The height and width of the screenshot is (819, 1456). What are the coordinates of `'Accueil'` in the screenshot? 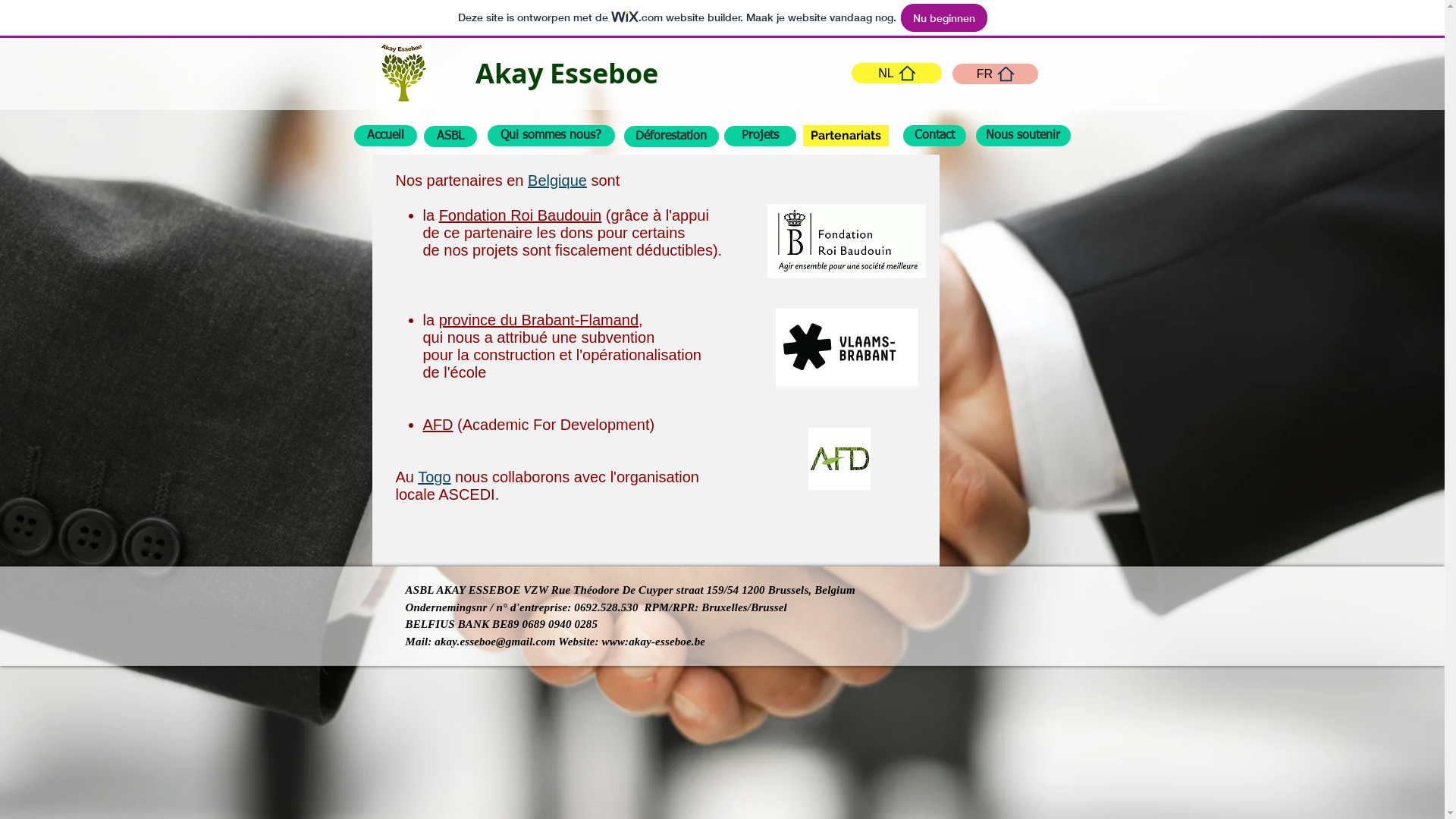 It's located at (384, 134).